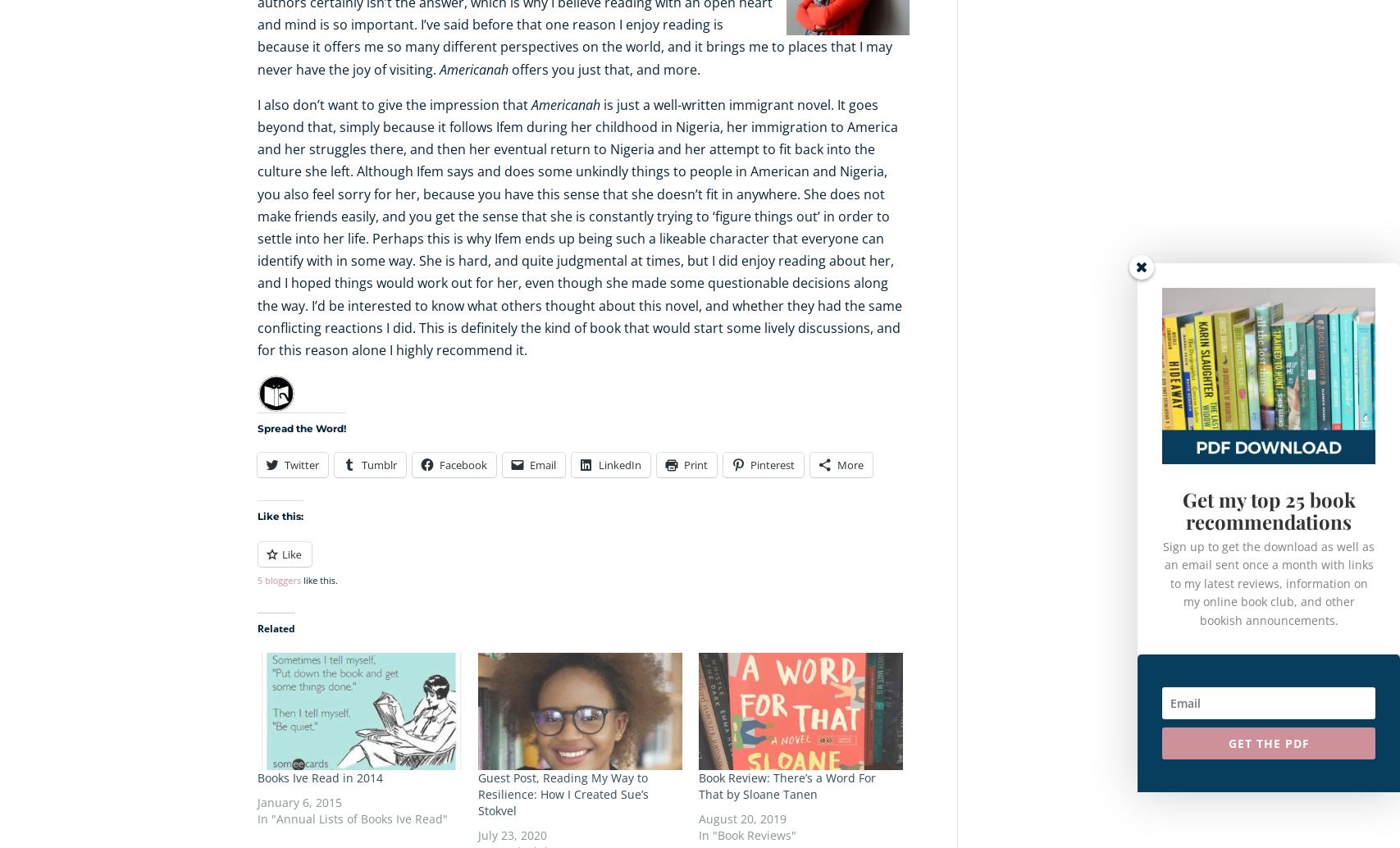  I want to click on 'Tumblr', so click(378, 465).